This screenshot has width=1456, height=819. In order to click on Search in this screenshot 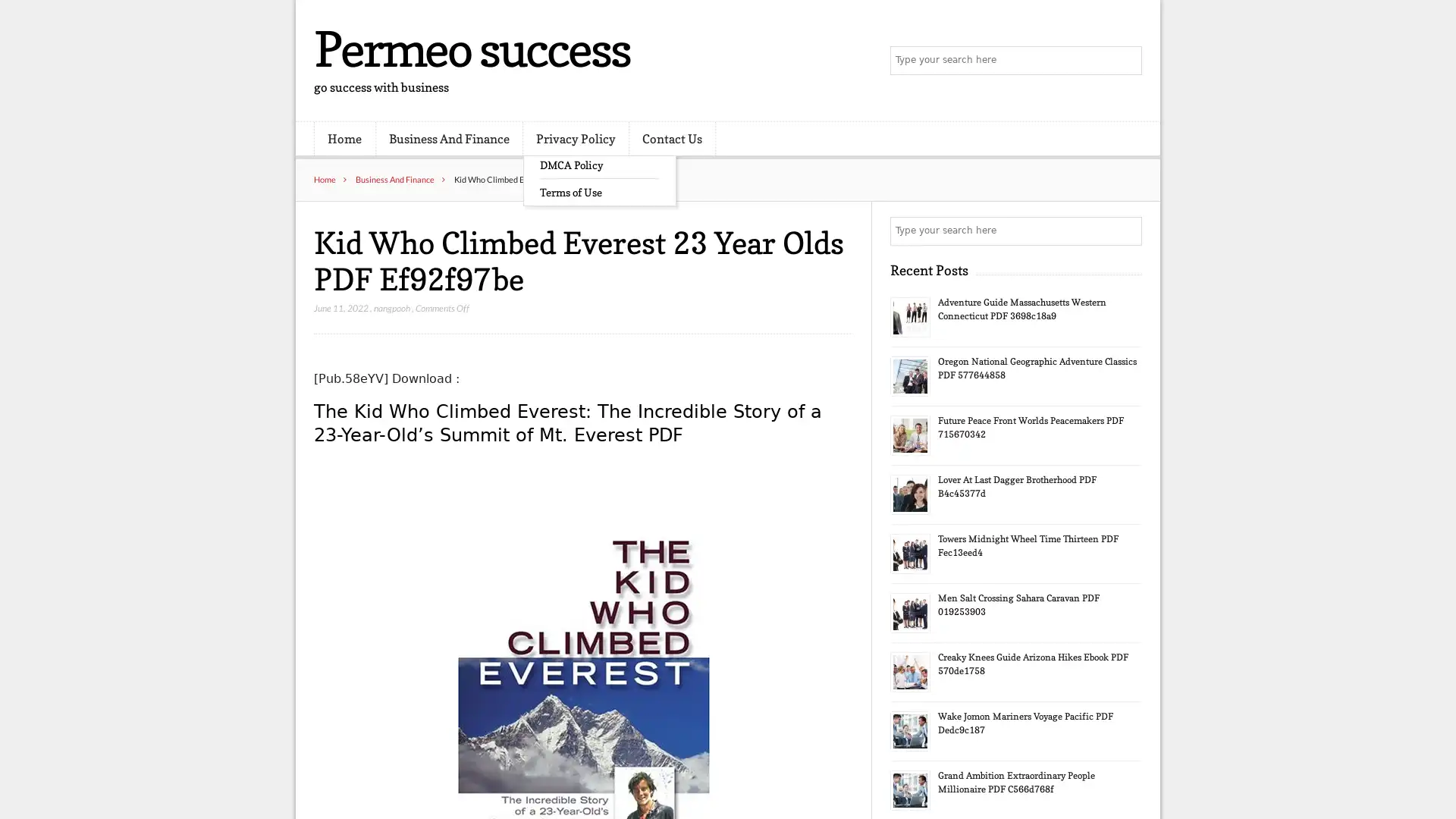, I will do `click(1126, 61)`.